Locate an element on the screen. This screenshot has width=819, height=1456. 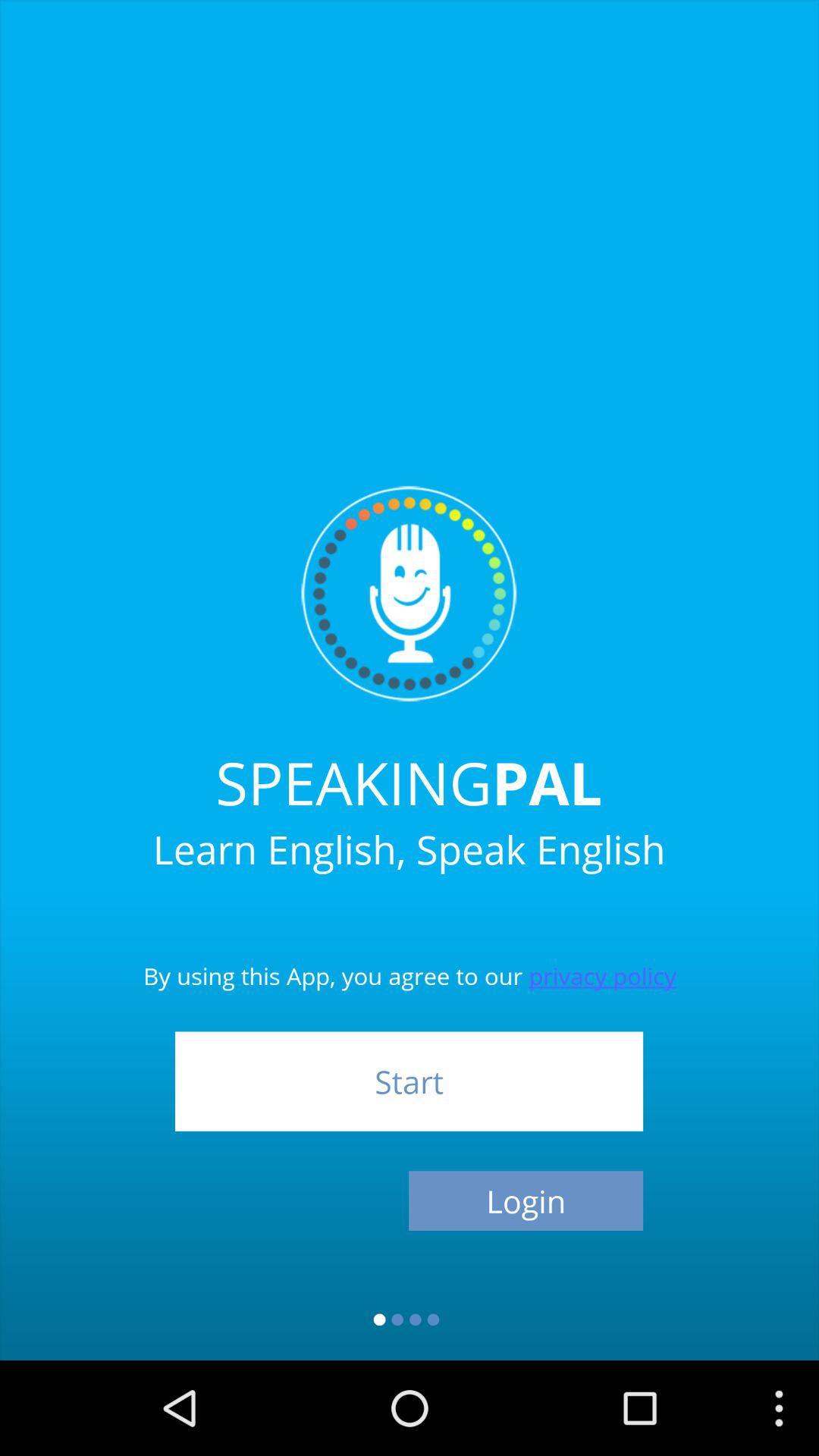
the start item is located at coordinates (408, 1081).